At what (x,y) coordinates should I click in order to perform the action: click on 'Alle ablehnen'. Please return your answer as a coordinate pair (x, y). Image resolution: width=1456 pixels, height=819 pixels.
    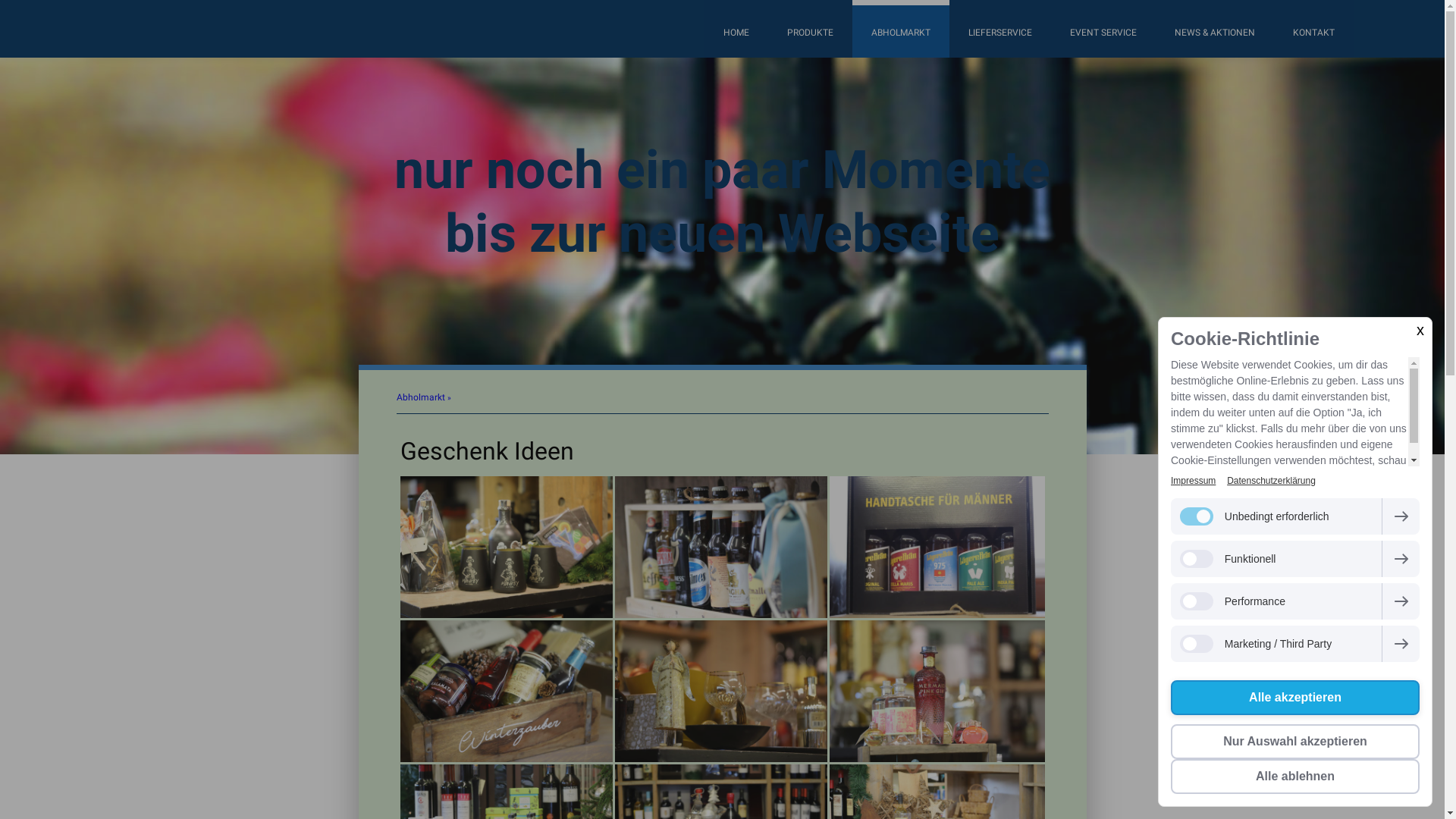
    Looking at the image, I should click on (1294, 776).